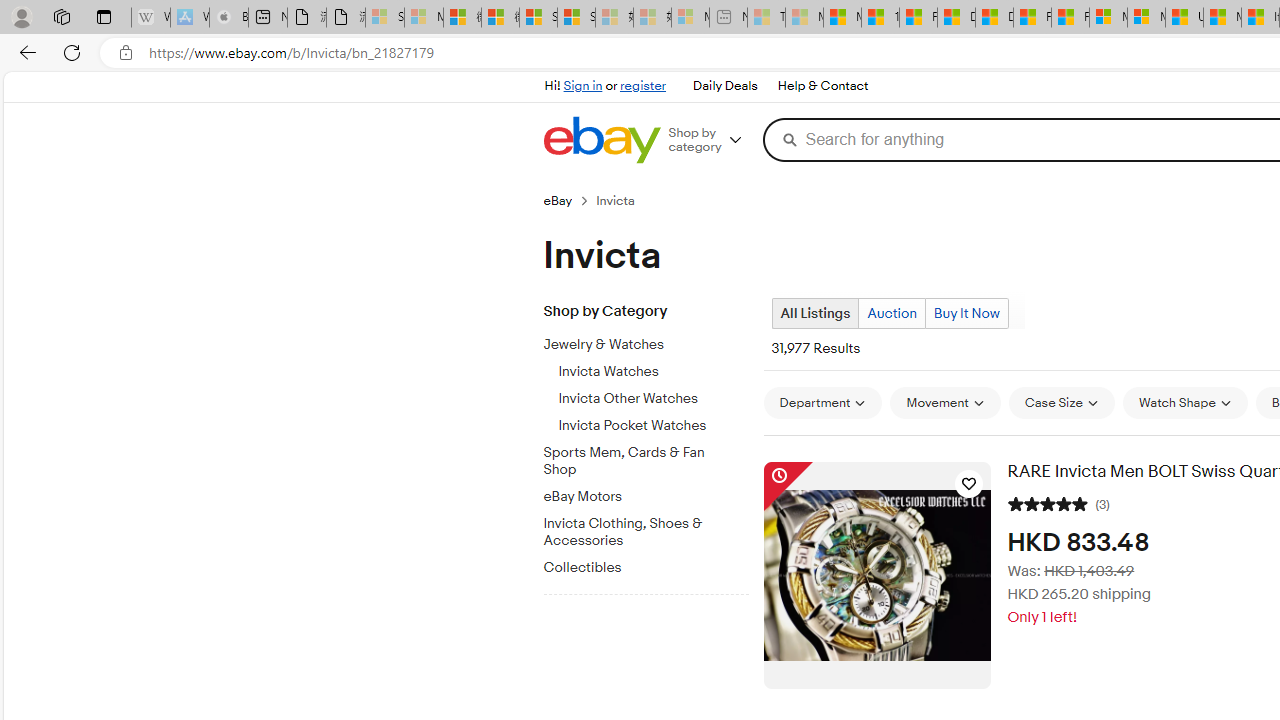  What do you see at coordinates (637, 344) in the screenshot?
I see `'Jewelry & Watches'` at bounding box center [637, 344].